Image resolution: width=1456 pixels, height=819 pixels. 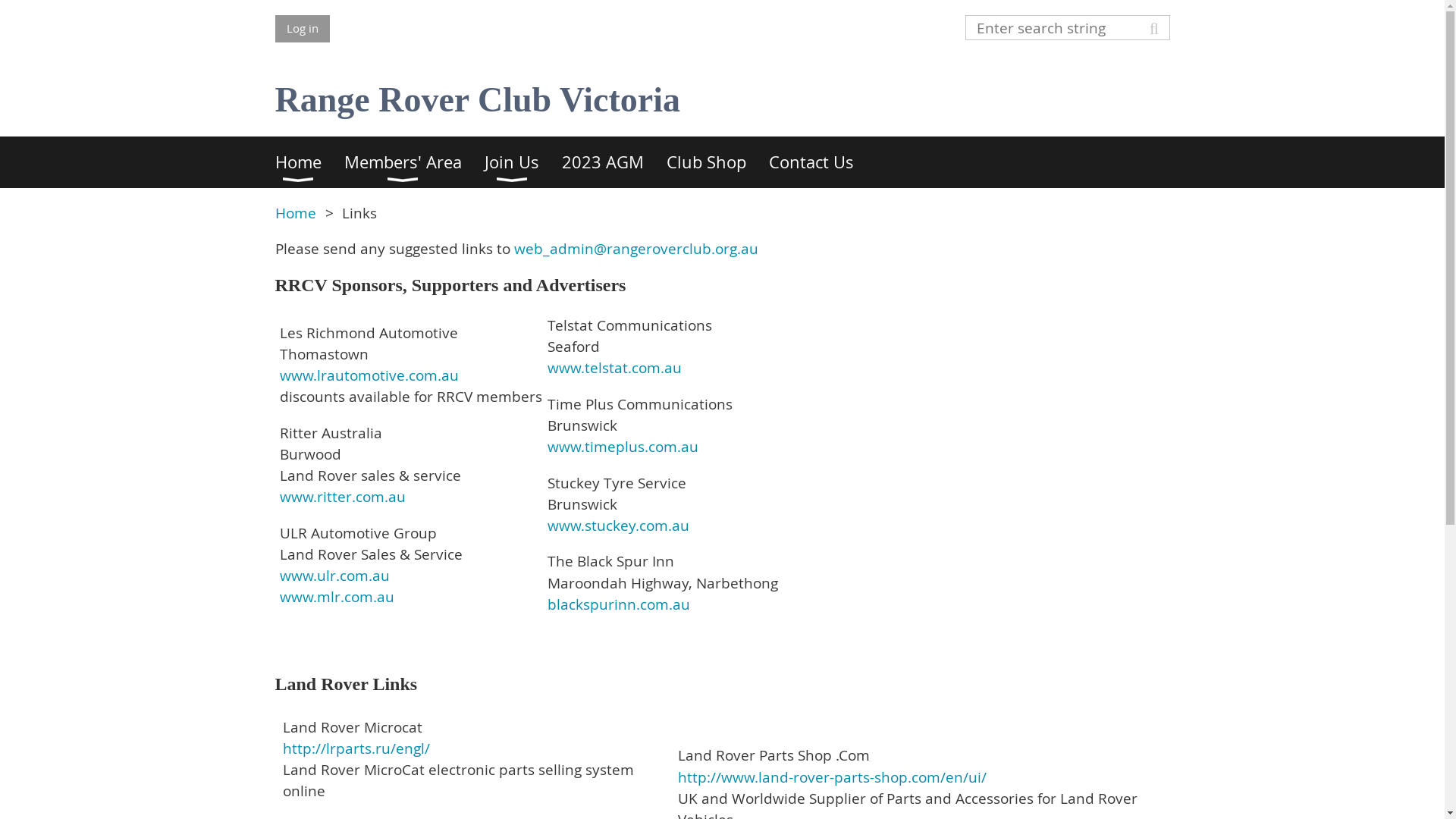 What do you see at coordinates (613, 162) in the screenshot?
I see `'2023 AGM'` at bounding box center [613, 162].